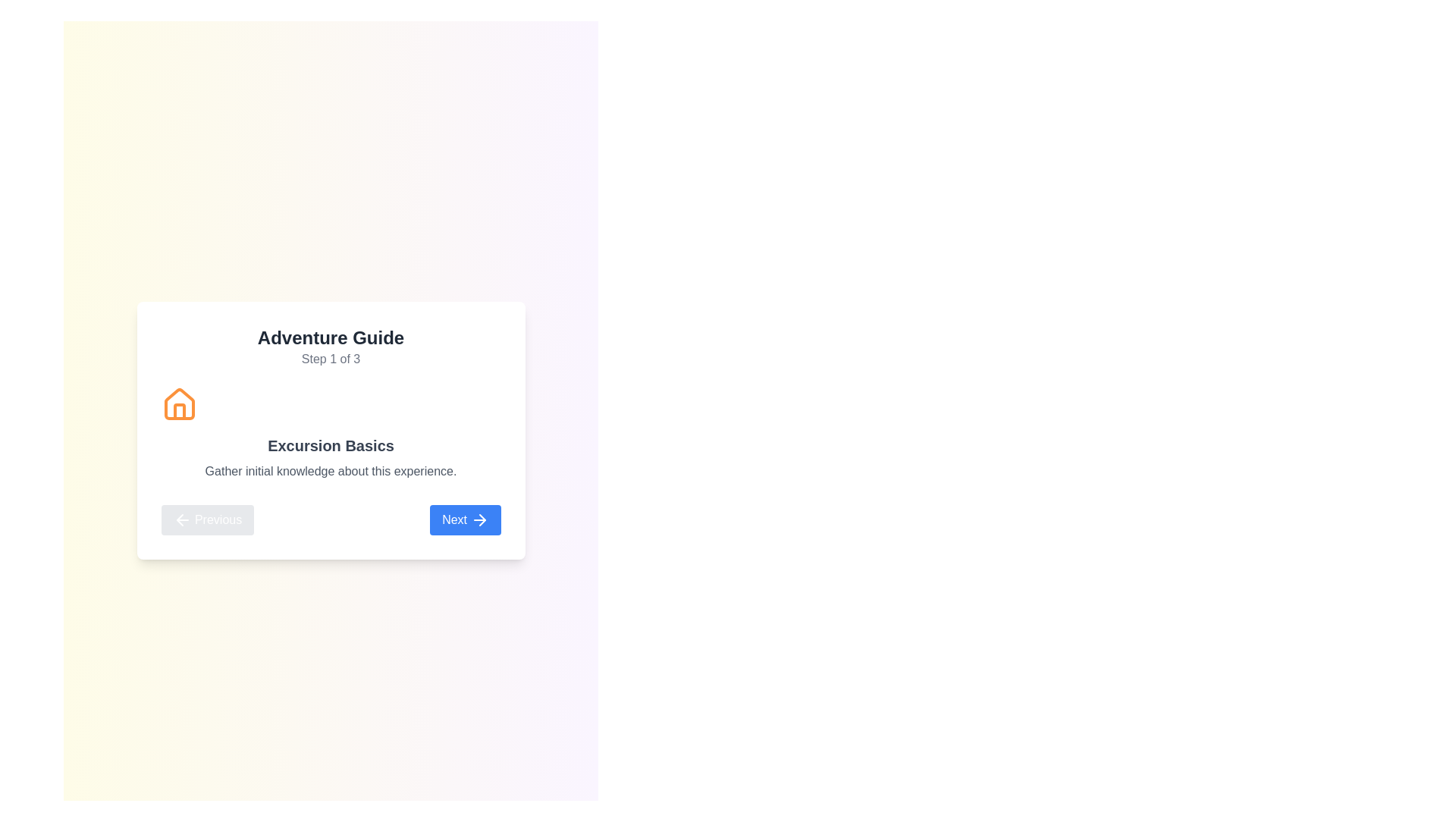 The width and height of the screenshot is (1456, 819). Describe the element at coordinates (330, 359) in the screenshot. I see `text label that says 'Step 1 of 3', which is styled in gray and located below the 'Adventure Guide' title in the centered white card` at that location.